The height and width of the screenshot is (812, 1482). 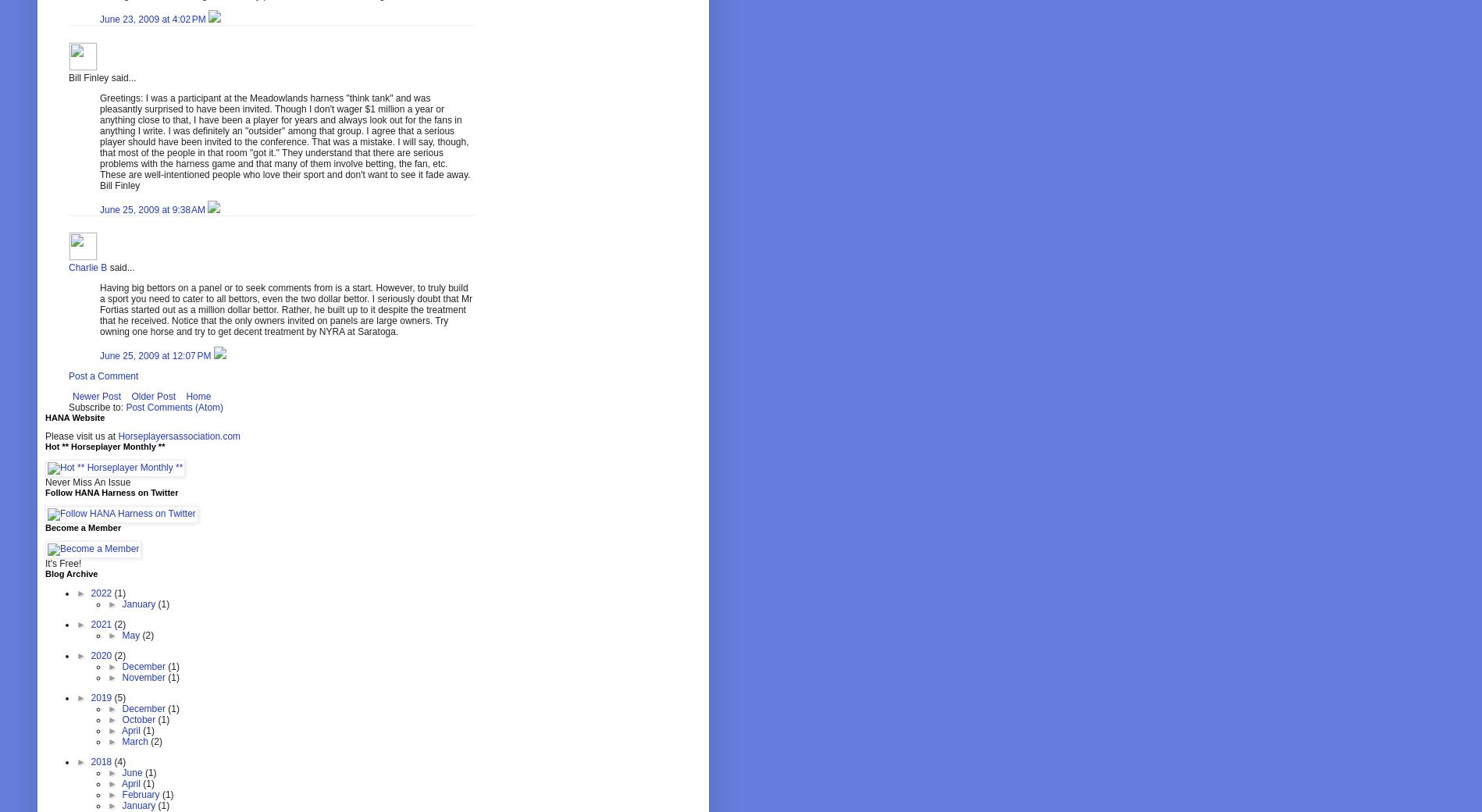 I want to click on 'Having big bettors on a panel or to seek comments from is a start. However, to truly build a sport you need to cater to all bettors, even the two dollar bettor. I seriously doubt that Mr Fortias started out as a million dollar bettor. Rather, he built up to it despite the treatment that he received. Notice that the only owners invited on panels are large owners. Try owning one horse and try to get decent treatment by NYRA at Saratoga.', so click(x=285, y=309).